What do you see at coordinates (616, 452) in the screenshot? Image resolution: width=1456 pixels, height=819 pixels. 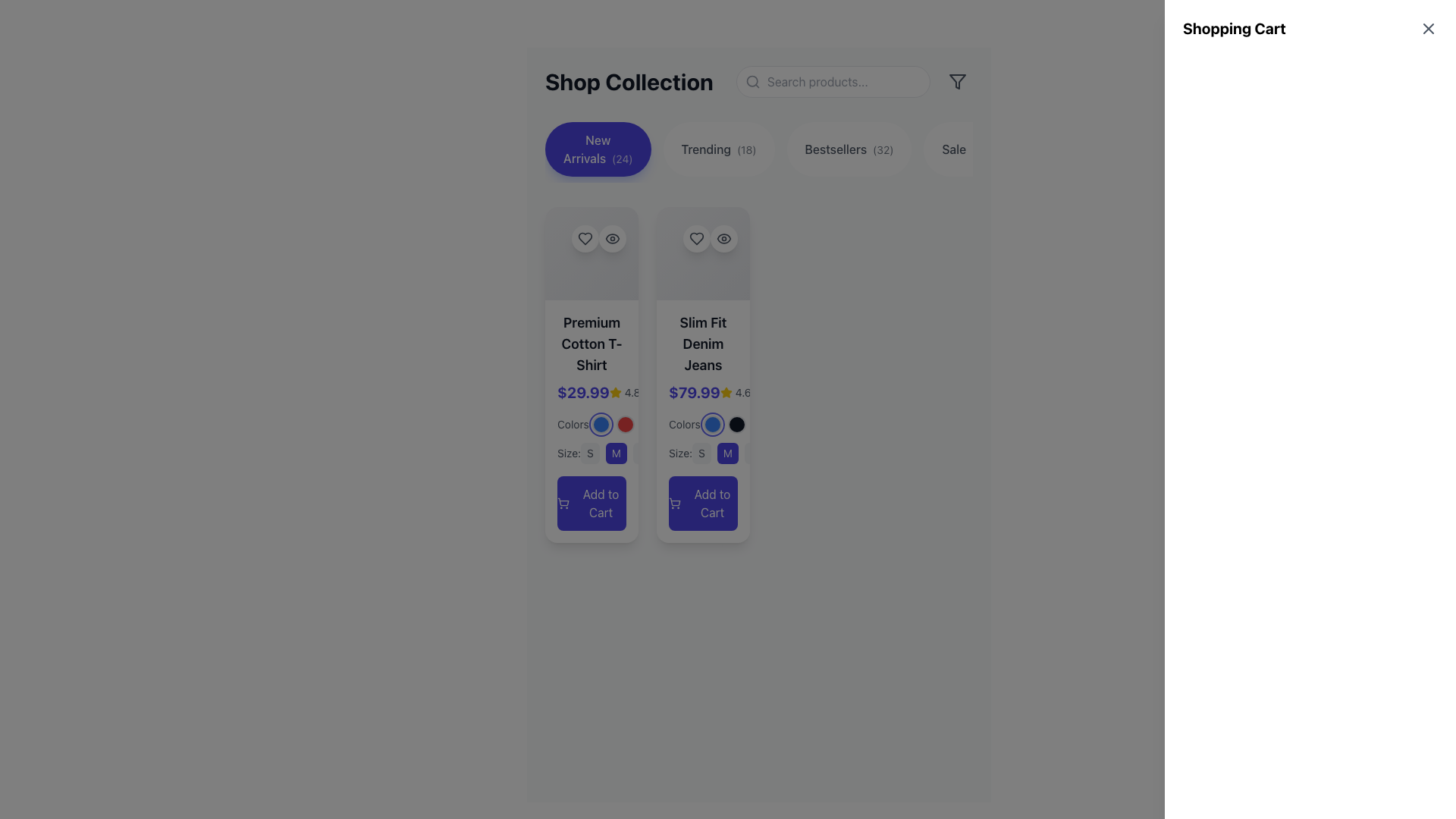 I see `the small interactive button with a dark blue background displaying 'M' in white, located in the 'Size' selection section below the product description` at bounding box center [616, 452].